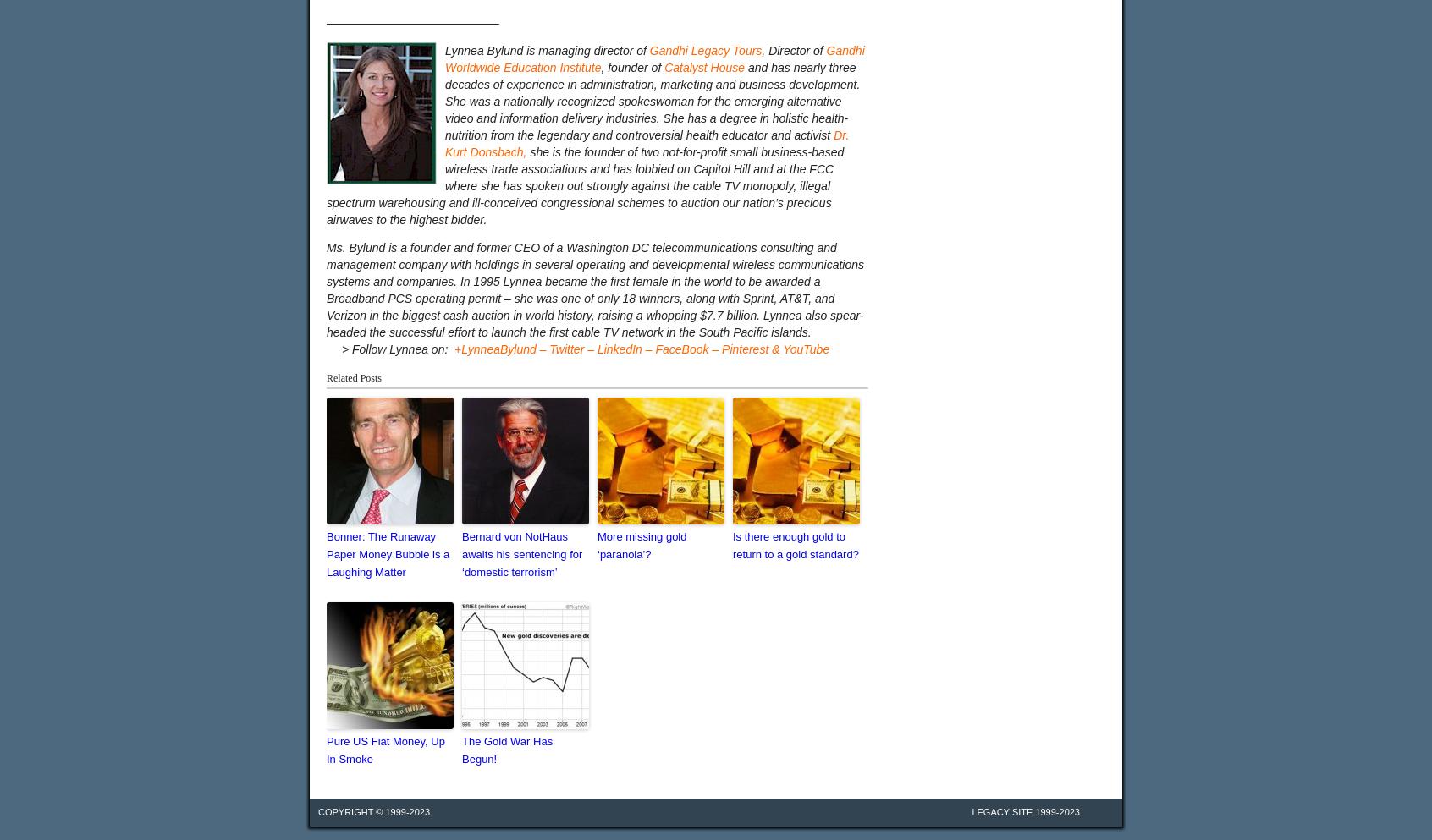 The width and height of the screenshot is (1432, 840). I want to click on ', Director of', so click(760, 50).